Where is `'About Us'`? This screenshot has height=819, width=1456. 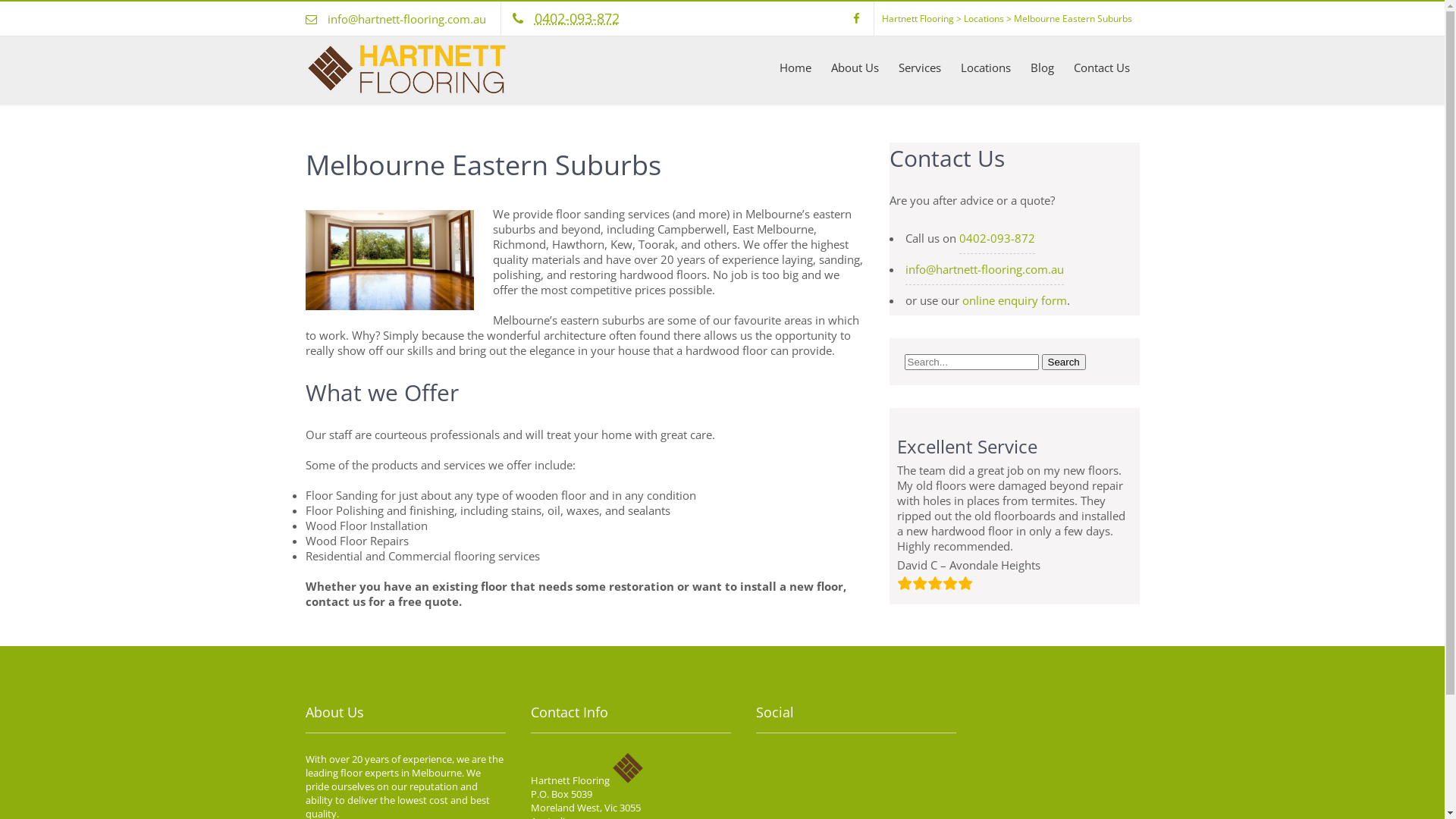
'About Us' is located at coordinates (854, 66).